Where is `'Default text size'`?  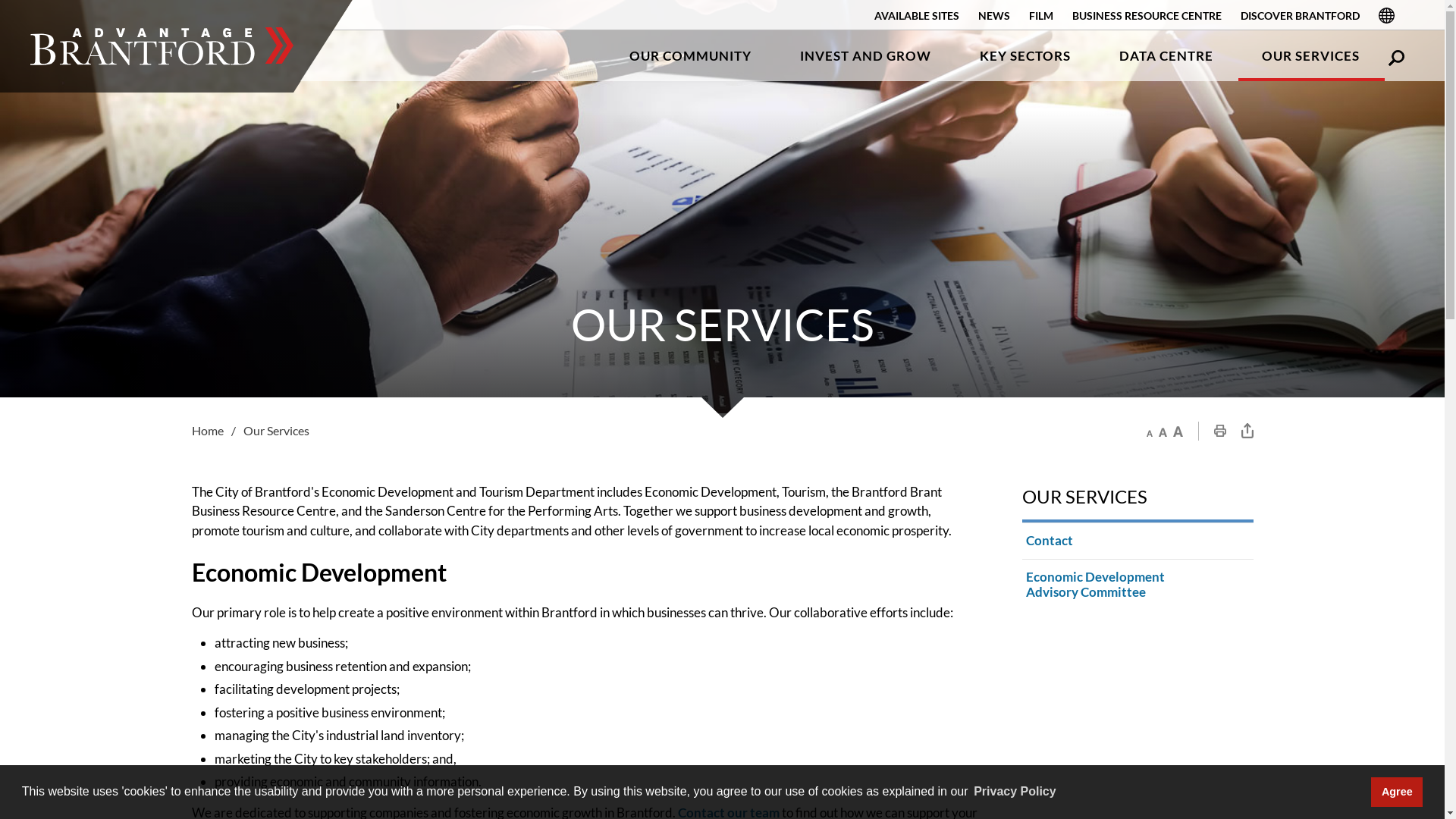 'Default text size' is located at coordinates (1162, 431).